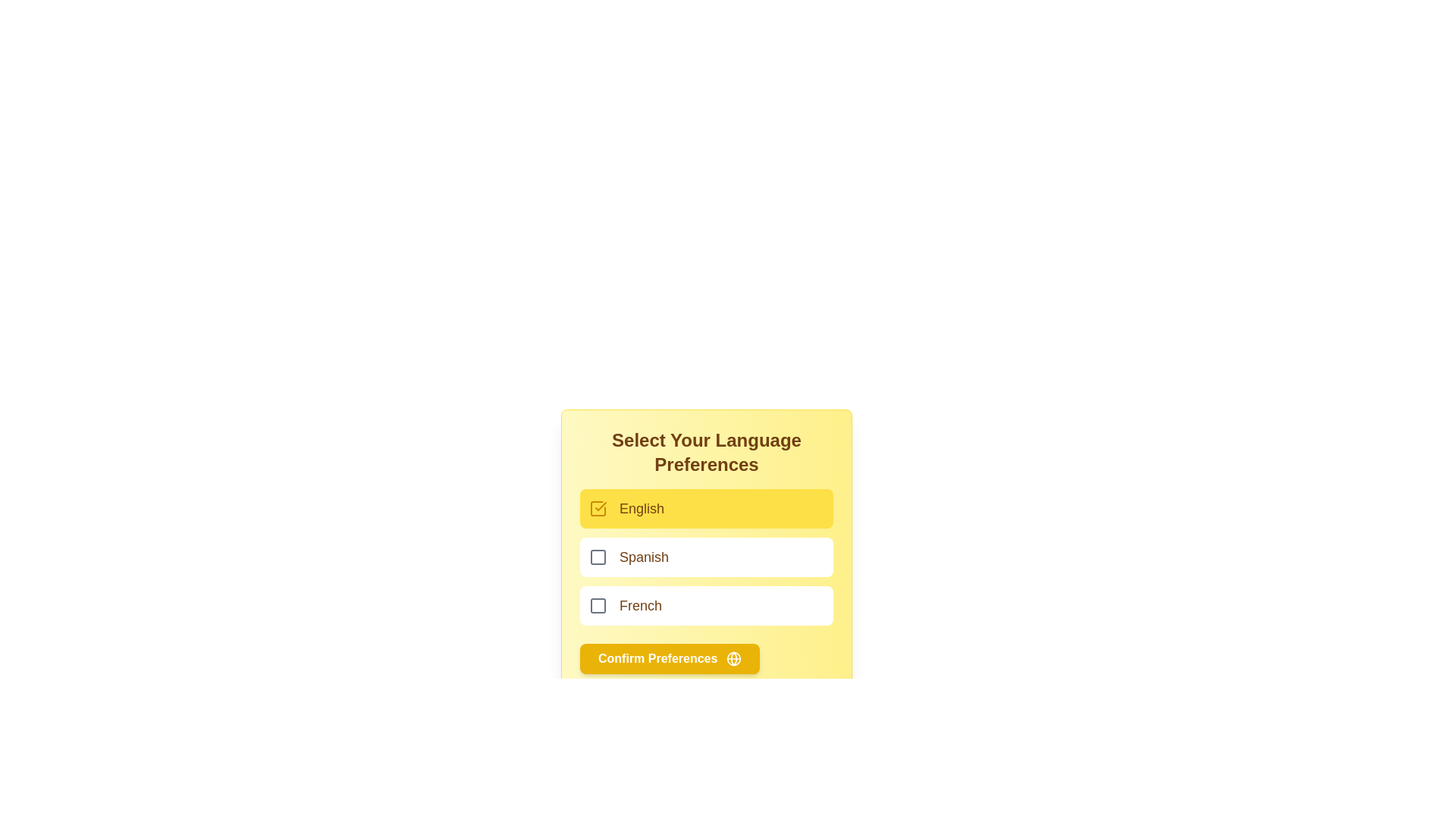  Describe the element at coordinates (705, 557) in the screenshot. I see `on the 'Spanish' language checkbox` at that location.